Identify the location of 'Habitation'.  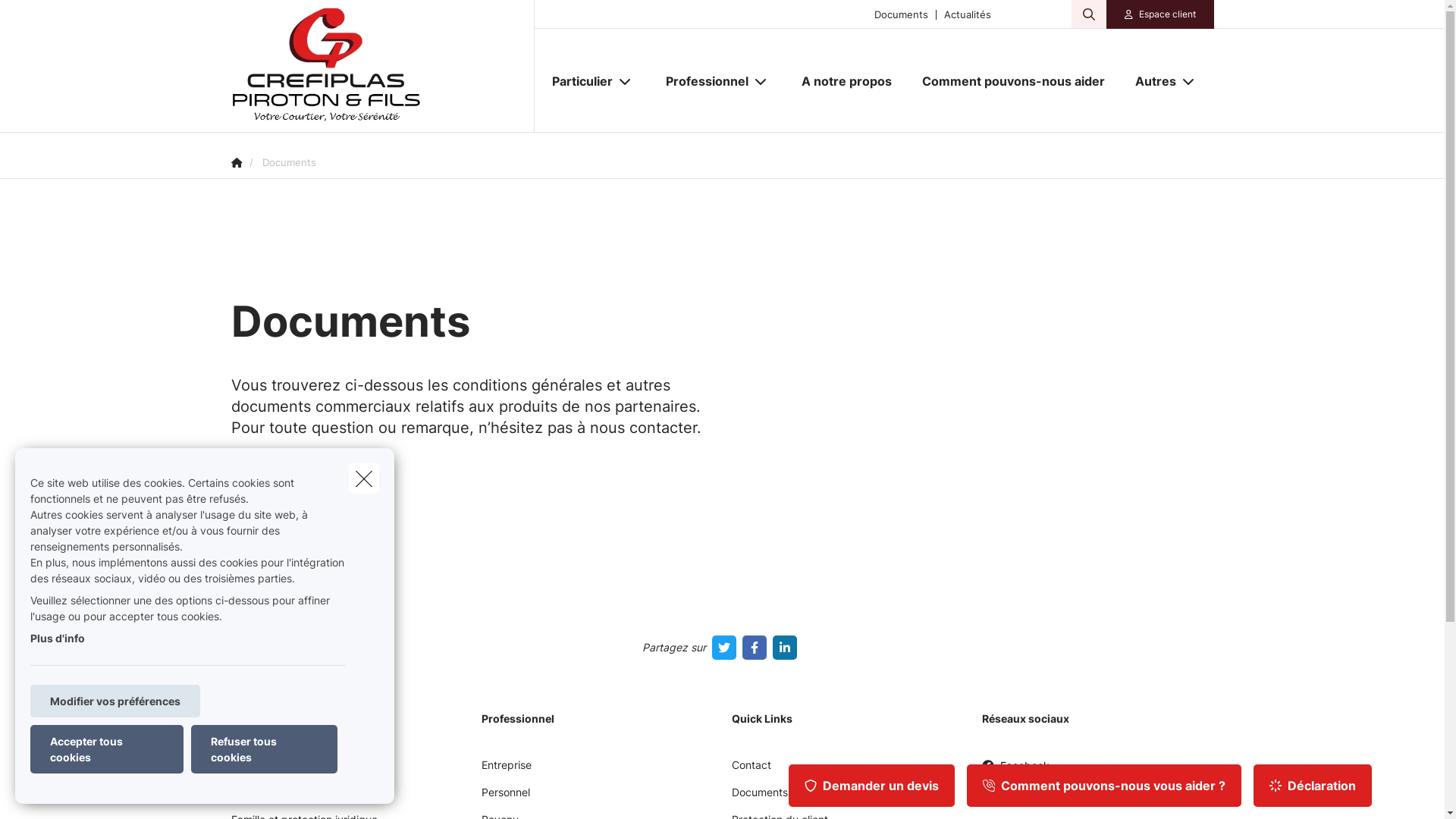
(256, 797).